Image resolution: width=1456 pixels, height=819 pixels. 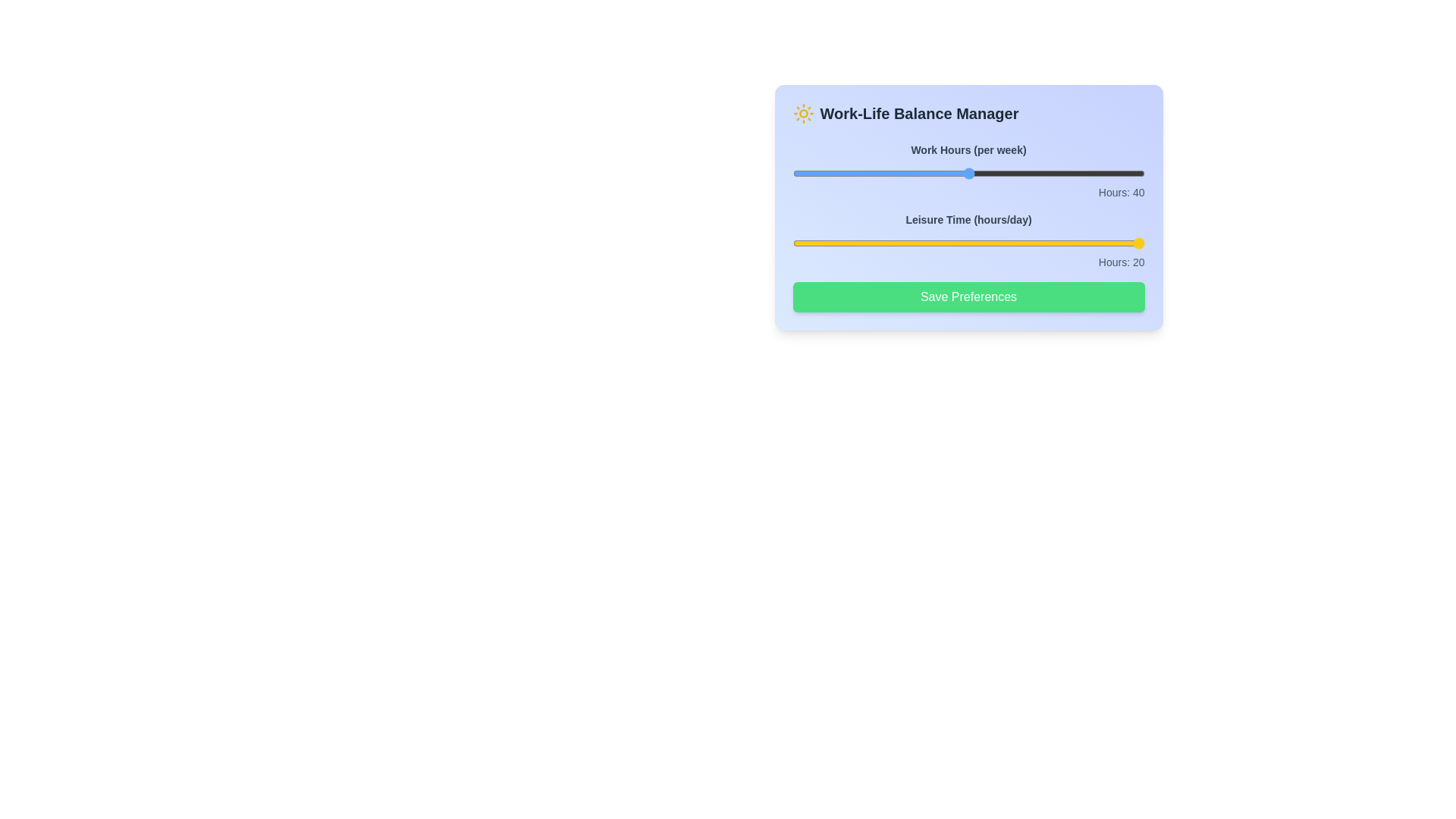 I want to click on the 'Work Hours' slider to set it to 38 hours per week, so click(x=950, y=172).